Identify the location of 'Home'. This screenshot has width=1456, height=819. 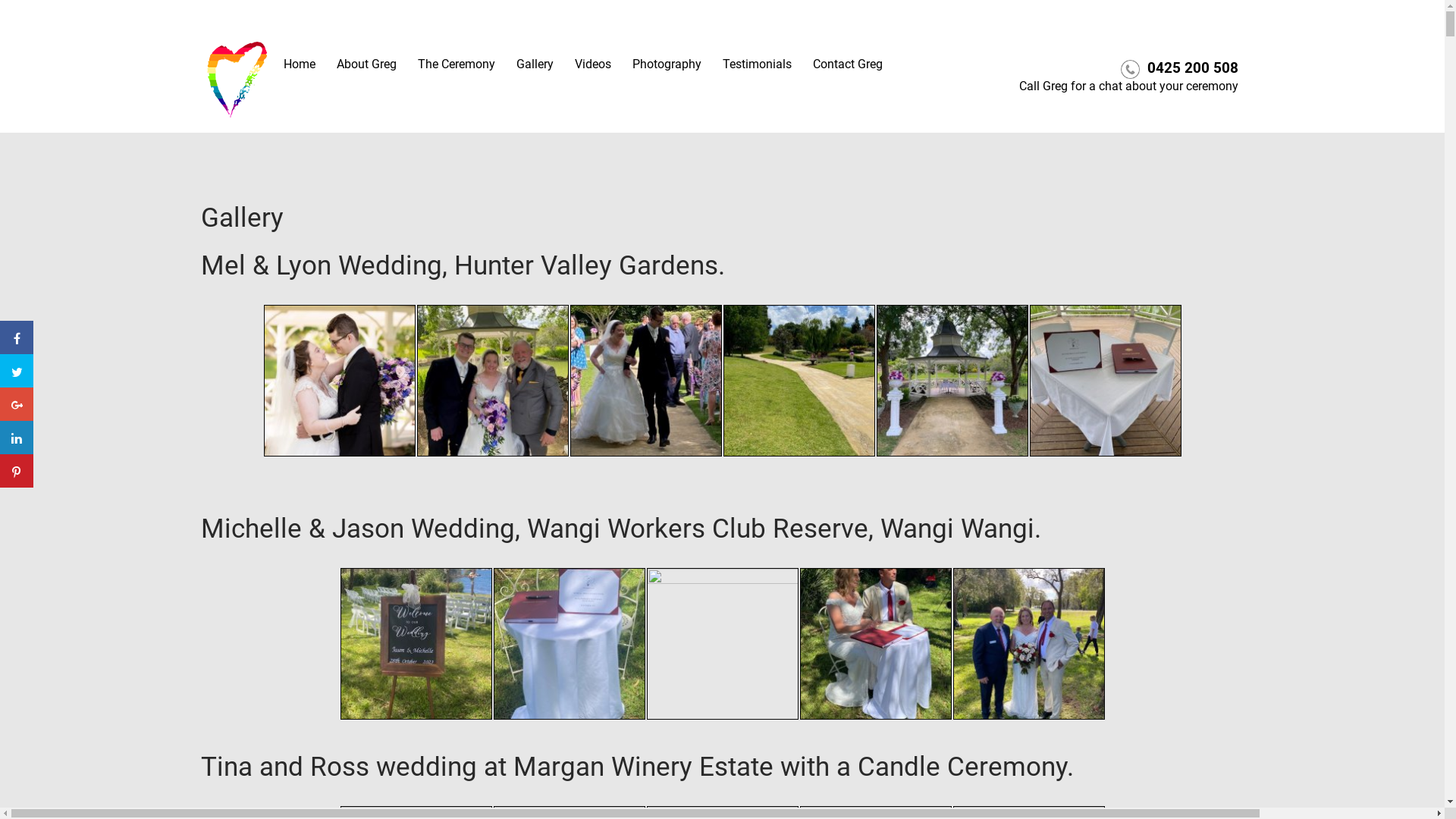
(299, 63).